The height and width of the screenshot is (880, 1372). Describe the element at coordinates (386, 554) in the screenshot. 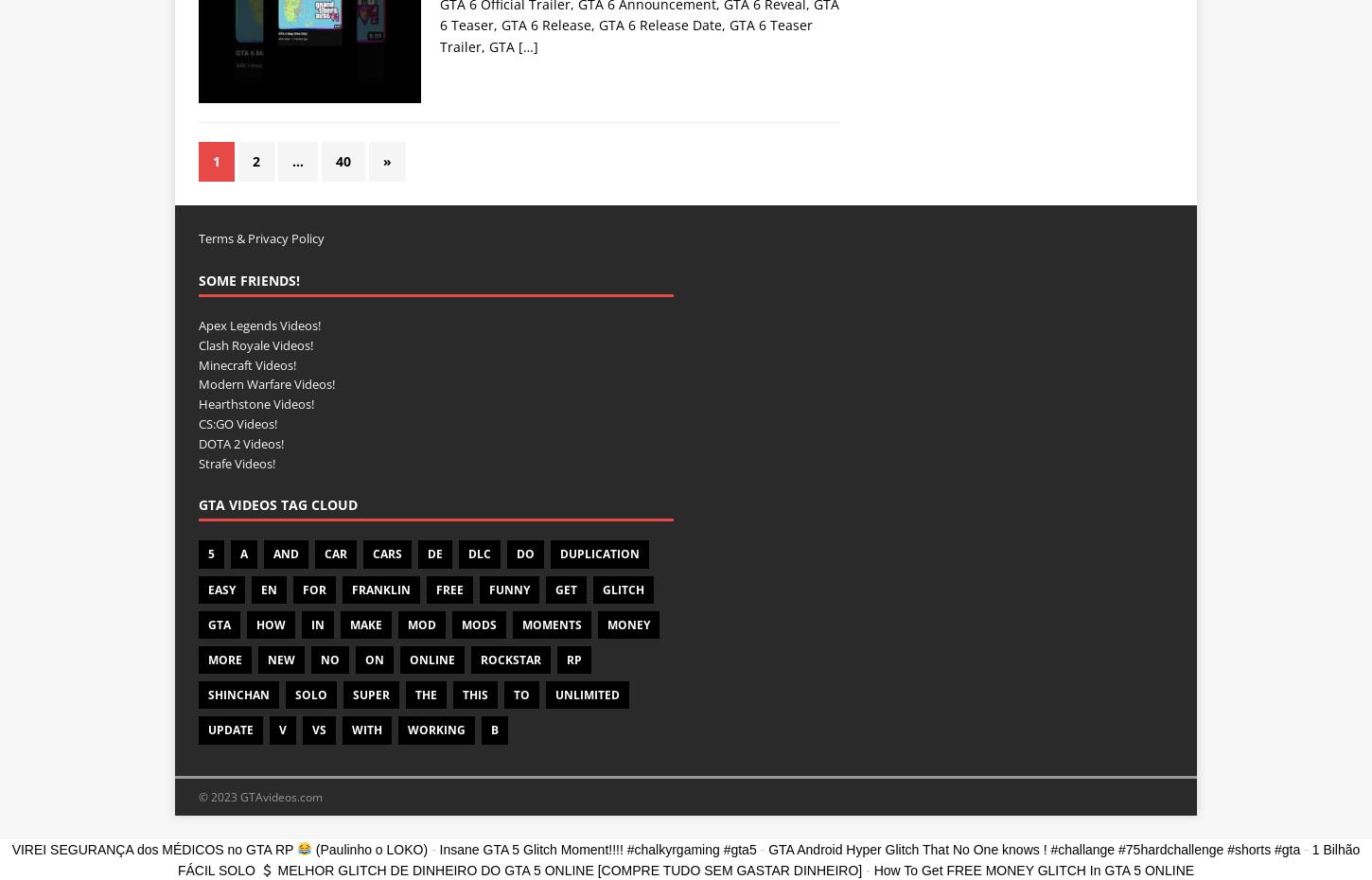

I see `'CARS'` at that location.